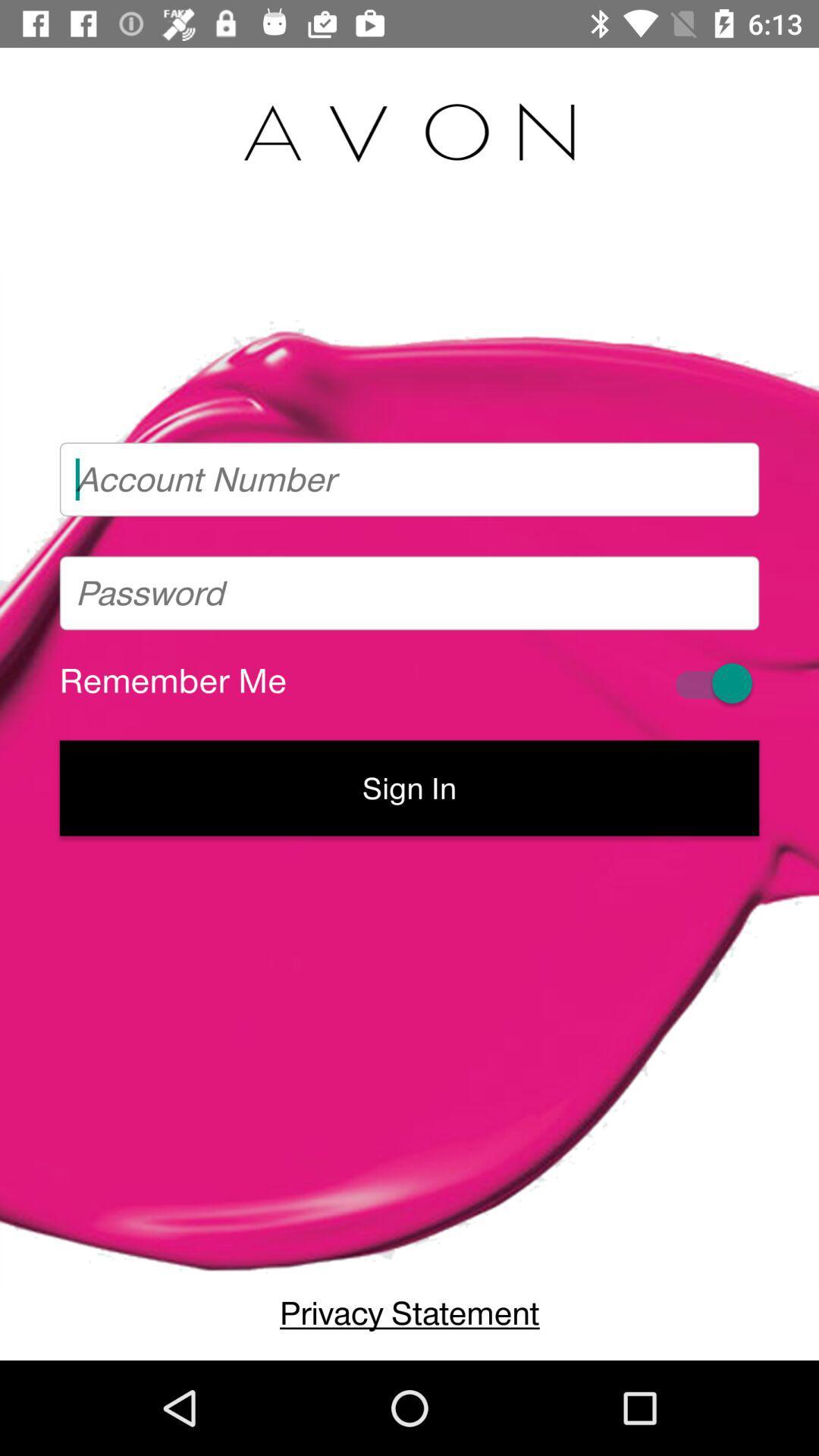 This screenshot has width=819, height=1456. Describe the element at coordinates (711, 682) in the screenshot. I see `turn off setting` at that location.